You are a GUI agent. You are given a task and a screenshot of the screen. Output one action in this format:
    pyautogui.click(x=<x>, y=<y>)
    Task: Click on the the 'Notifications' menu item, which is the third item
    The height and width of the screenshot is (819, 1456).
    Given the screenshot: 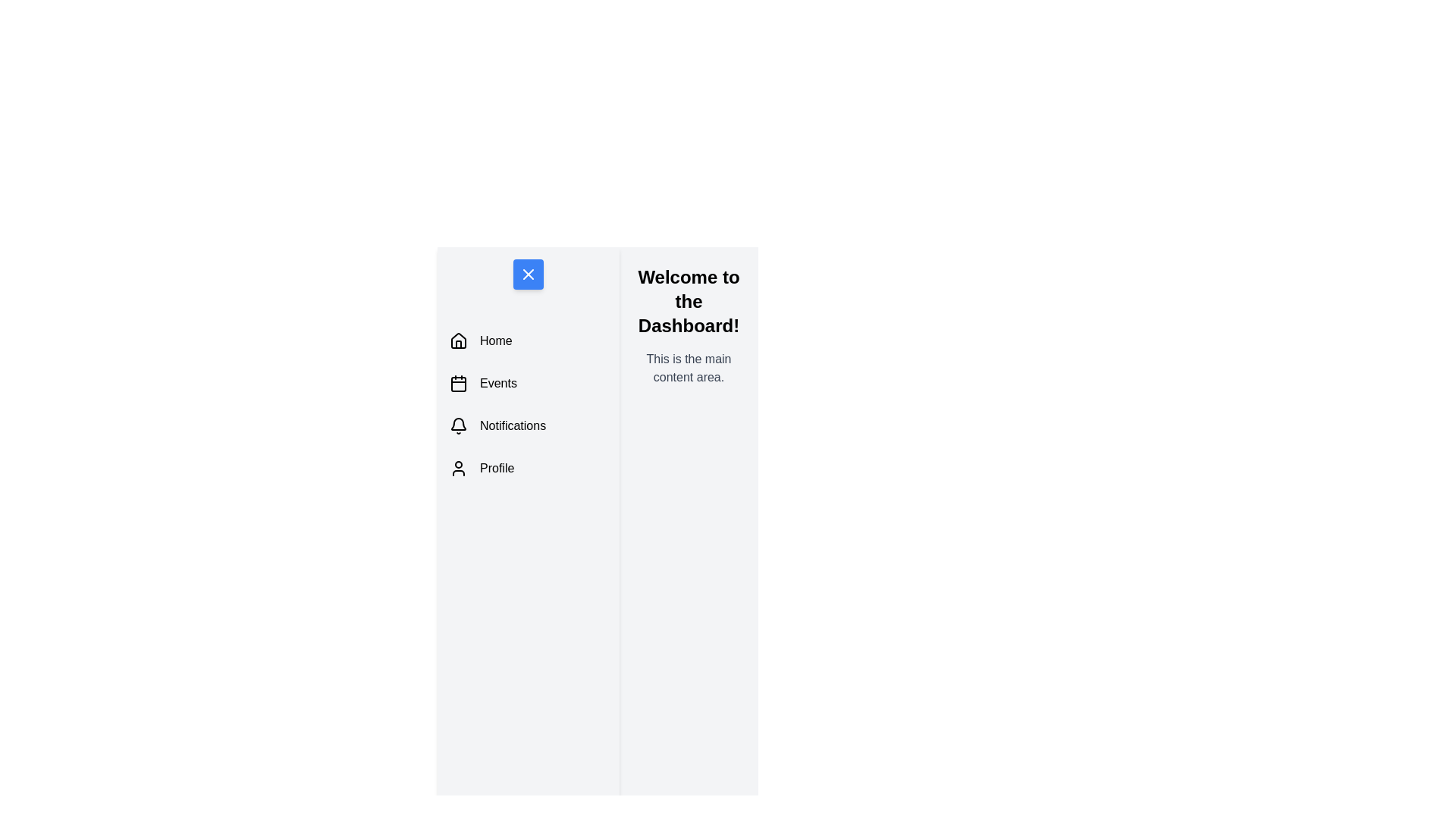 What is the action you would take?
    pyautogui.click(x=528, y=426)
    